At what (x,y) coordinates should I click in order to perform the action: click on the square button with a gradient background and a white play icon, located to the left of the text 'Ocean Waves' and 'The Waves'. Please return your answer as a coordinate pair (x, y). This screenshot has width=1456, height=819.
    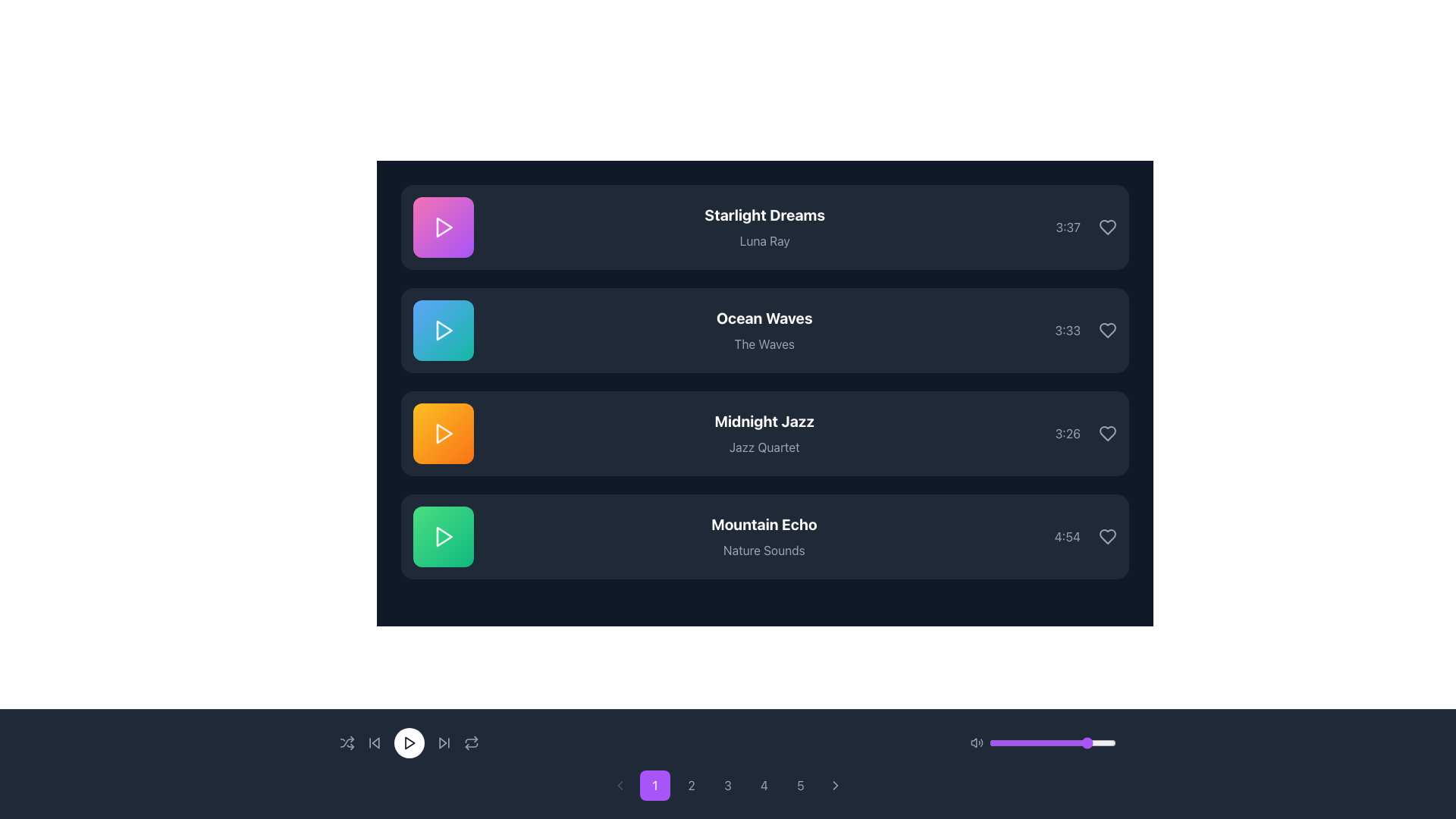
    Looking at the image, I should click on (443, 329).